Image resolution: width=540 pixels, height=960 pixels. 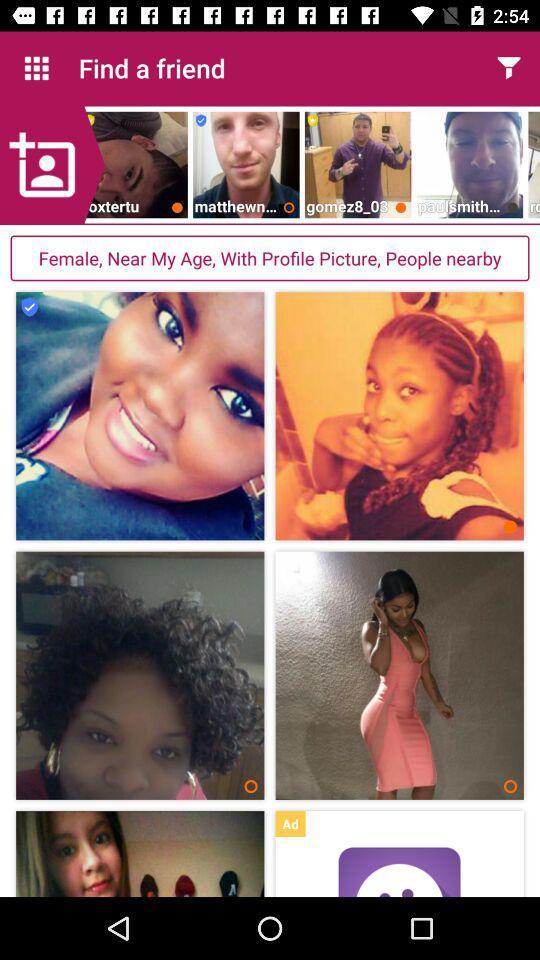 I want to click on app to the right of find a friend item, so click(x=508, y=68).